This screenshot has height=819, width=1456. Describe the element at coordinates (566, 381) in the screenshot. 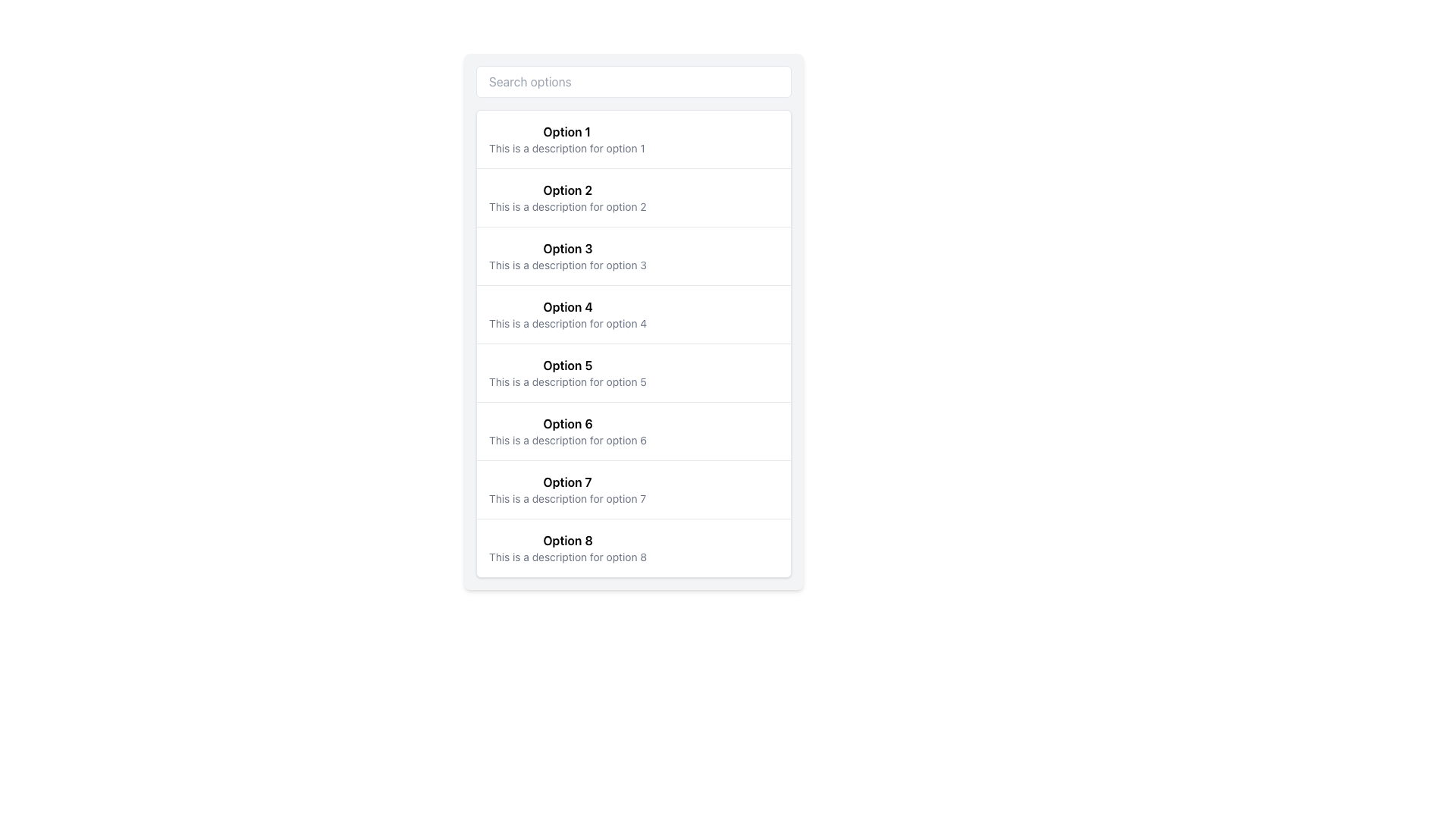

I see `the descriptive text for the fifth option in the list located directly below the main title 'Option 5'` at that location.